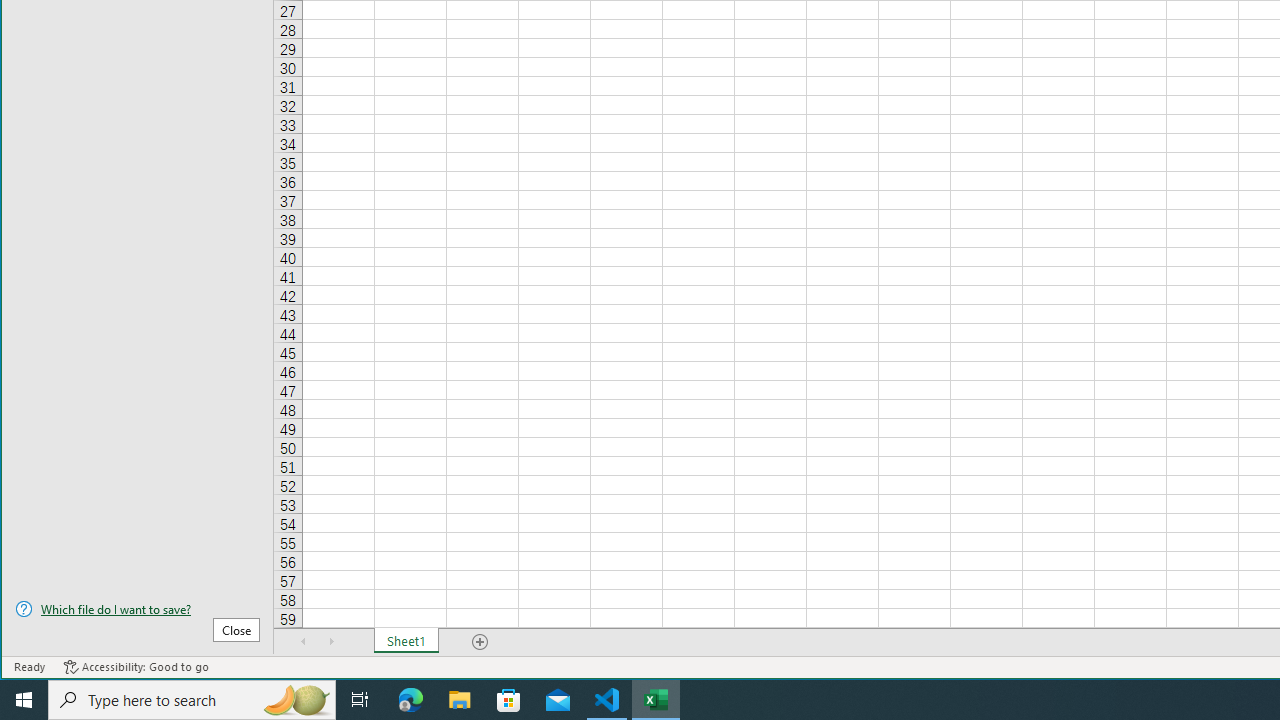 This screenshot has width=1280, height=720. I want to click on 'Add Sheet', so click(481, 641).